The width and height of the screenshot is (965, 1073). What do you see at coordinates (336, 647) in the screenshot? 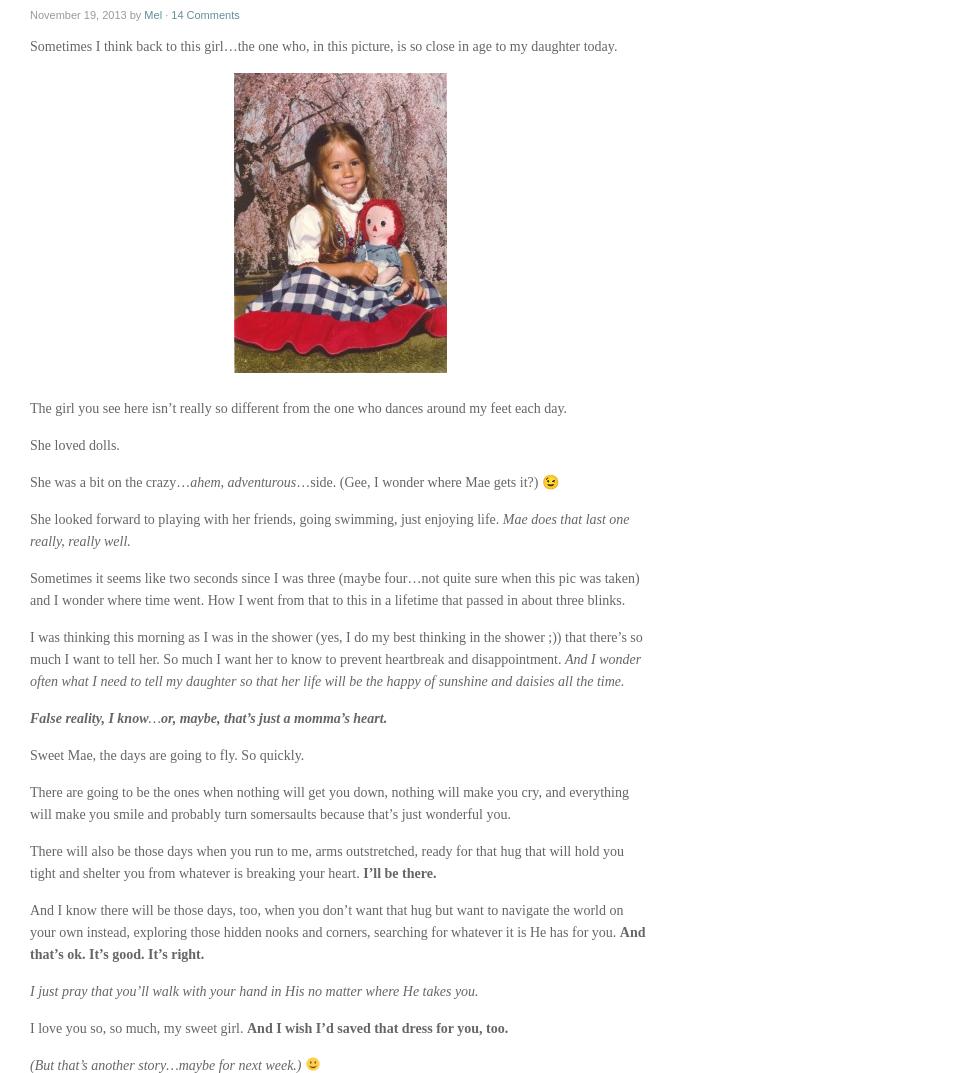
I see `'I was thinking this morning as I was in the shower (yes, I do my best thinking in the shower ;)) that there’s so much I want to tell her. So much I want her to know to prevent heartbreak and disappointment.'` at bounding box center [336, 647].